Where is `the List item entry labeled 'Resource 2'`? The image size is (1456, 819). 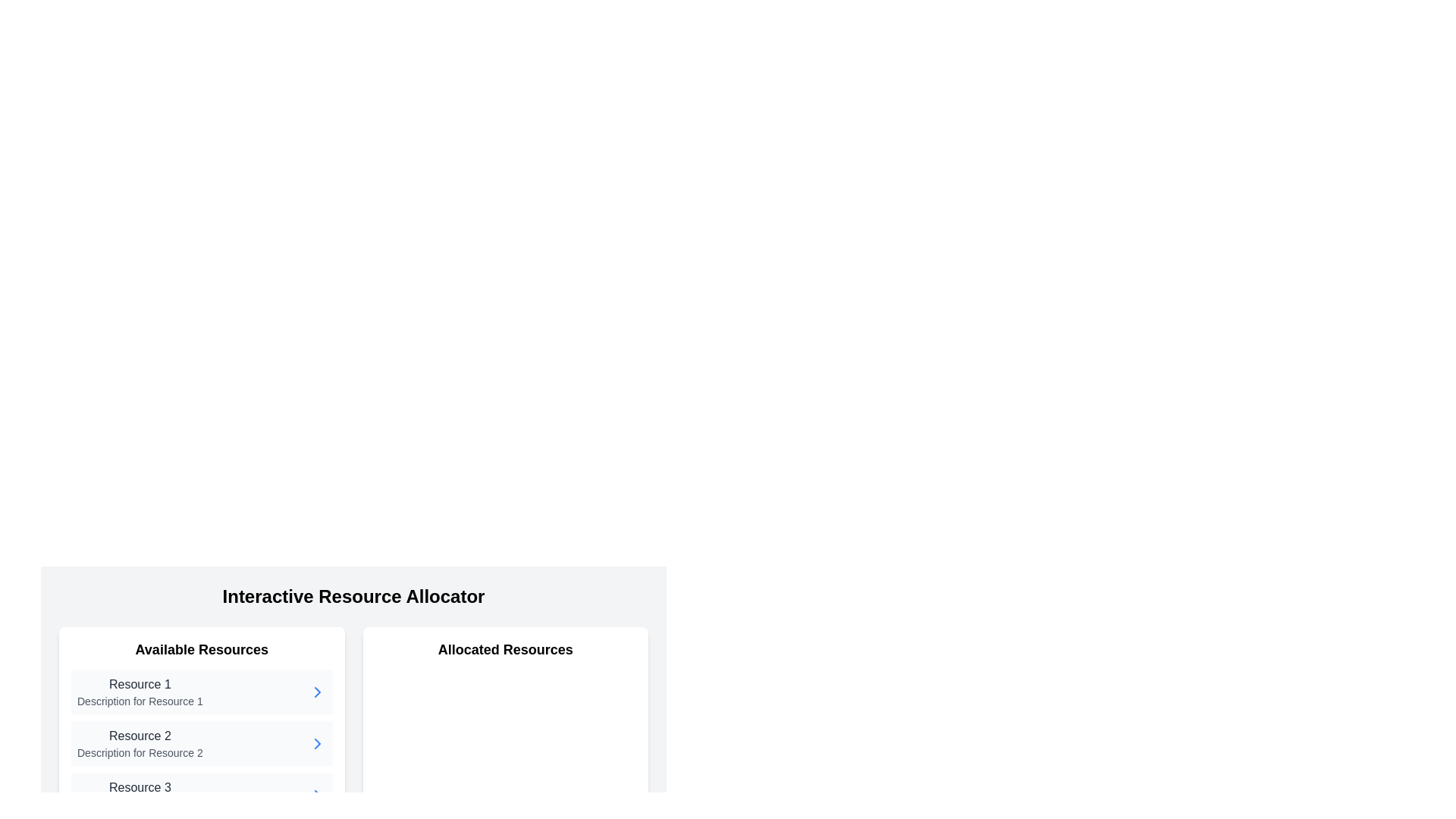
the List item entry labeled 'Resource 2' is located at coordinates (201, 742).